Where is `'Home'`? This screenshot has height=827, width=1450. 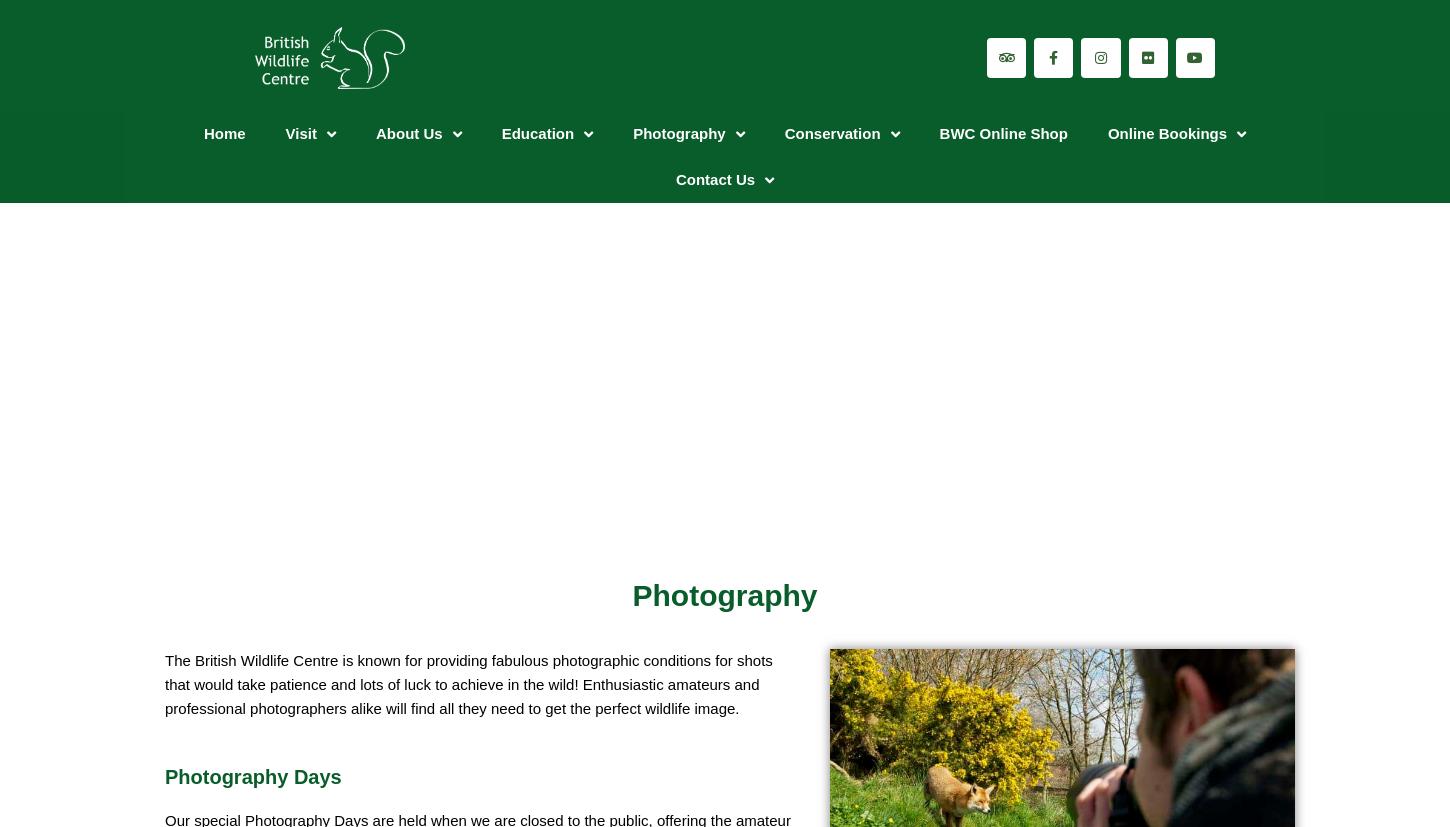 'Home' is located at coordinates (223, 133).